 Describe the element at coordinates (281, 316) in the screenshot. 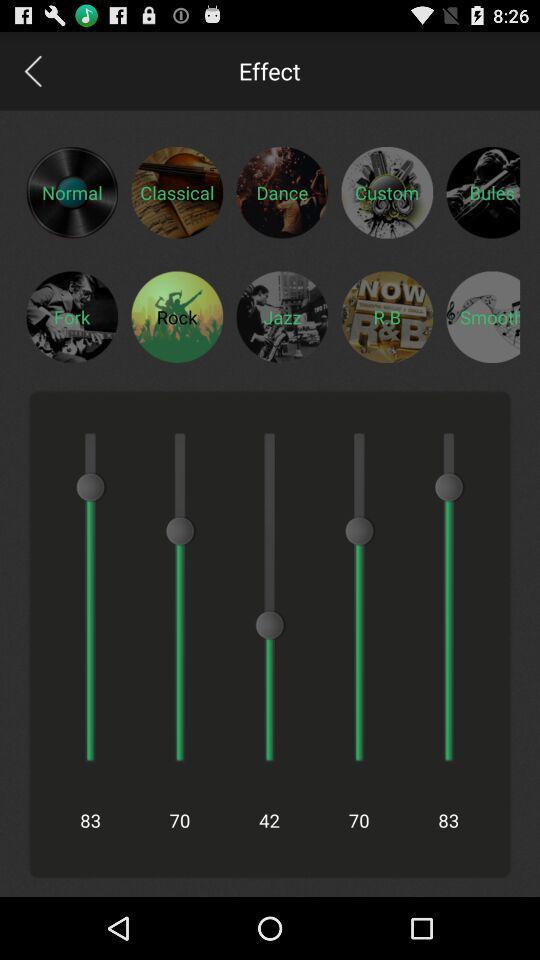

I see `effect` at that location.